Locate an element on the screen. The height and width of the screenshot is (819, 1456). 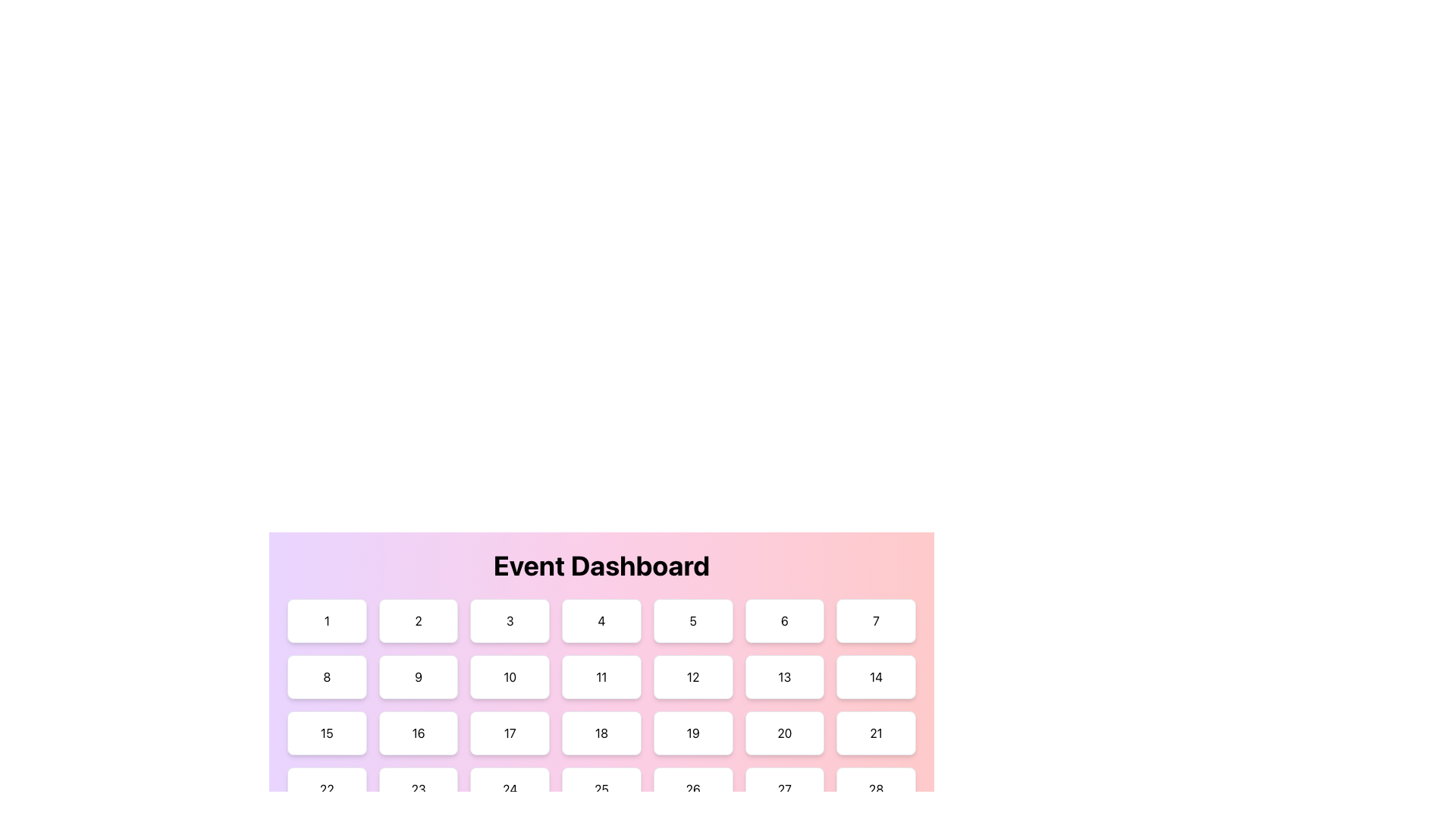
the button displaying the number '11' in the second row and fourth column of the grid under 'Event Dashboard' is located at coordinates (601, 676).